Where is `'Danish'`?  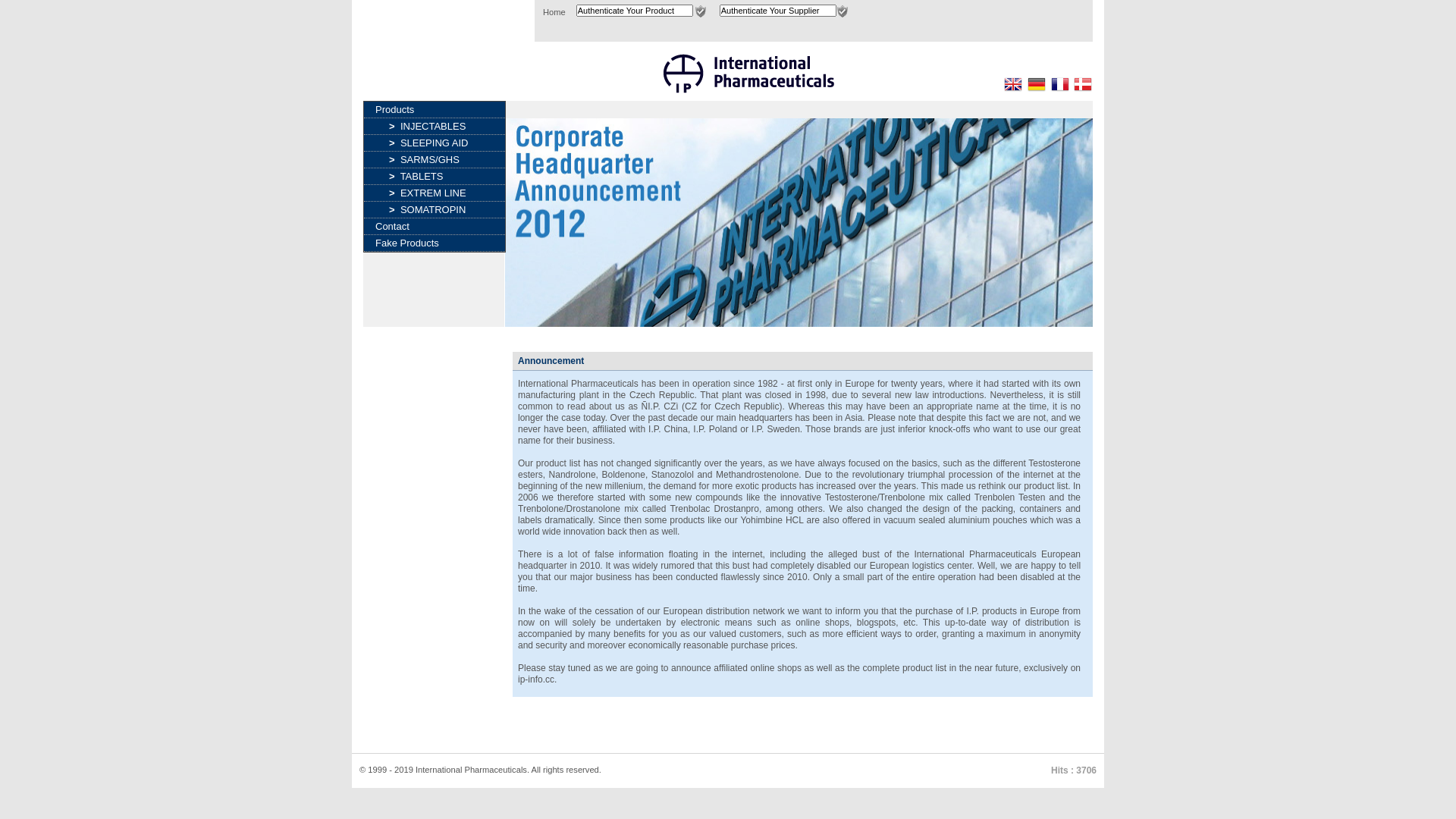 'Danish' is located at coordinates (1082, 84).